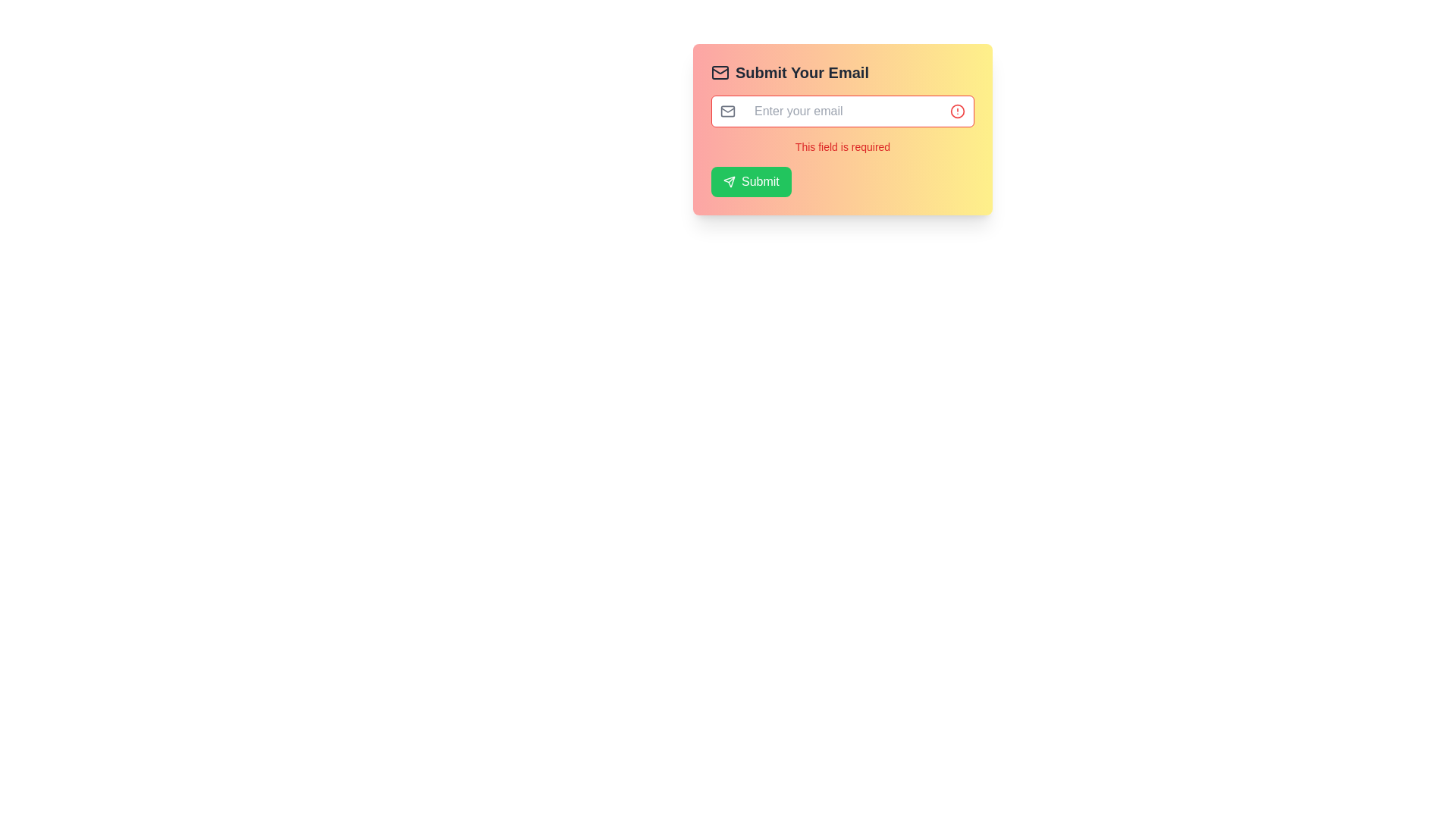  What do you see at coordinates (956, 110) in the screenshot?
I see `the error indication icon located inside the email input field, positioned on the right side of the field` at bounding box center [956, 110].